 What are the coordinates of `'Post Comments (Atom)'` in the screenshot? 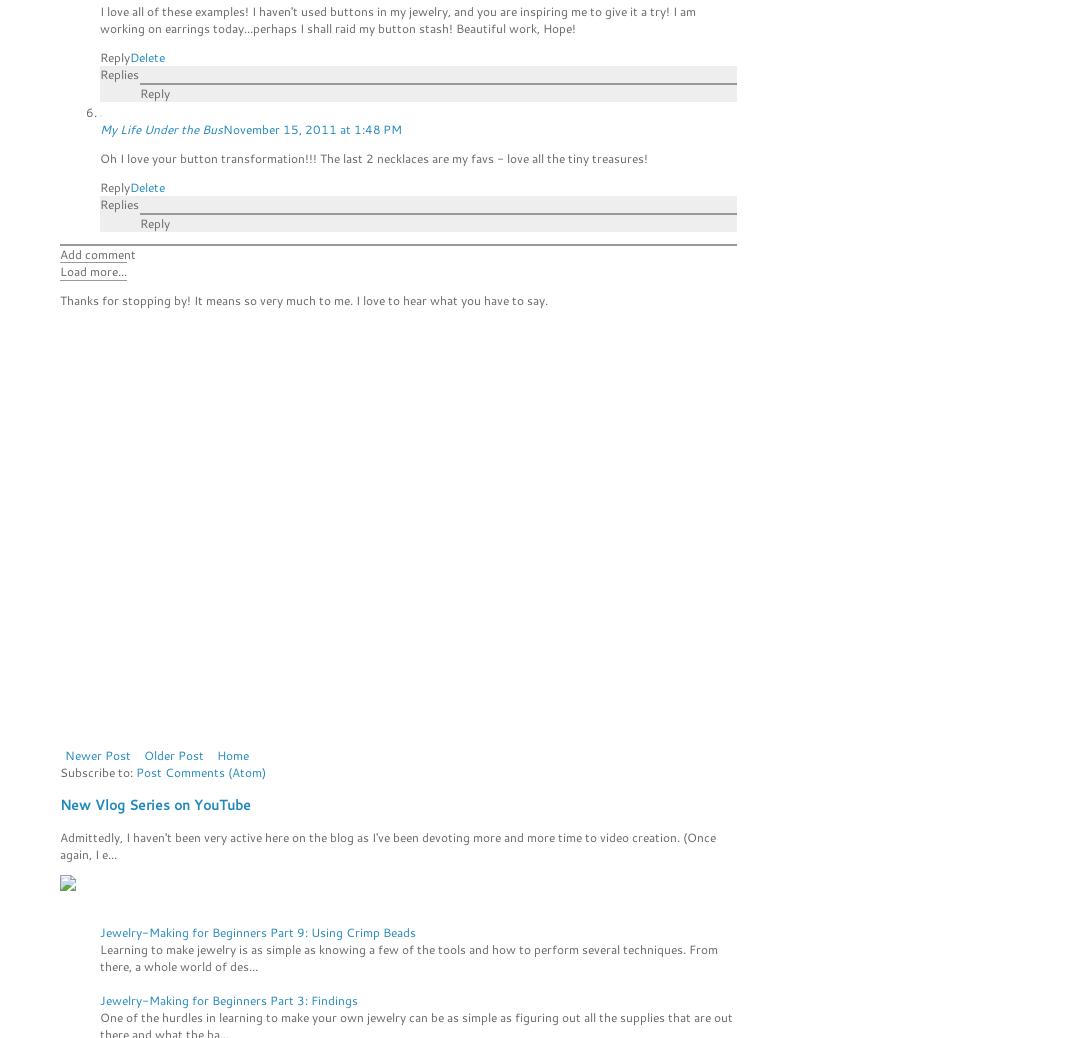 It's located at (200, 771).